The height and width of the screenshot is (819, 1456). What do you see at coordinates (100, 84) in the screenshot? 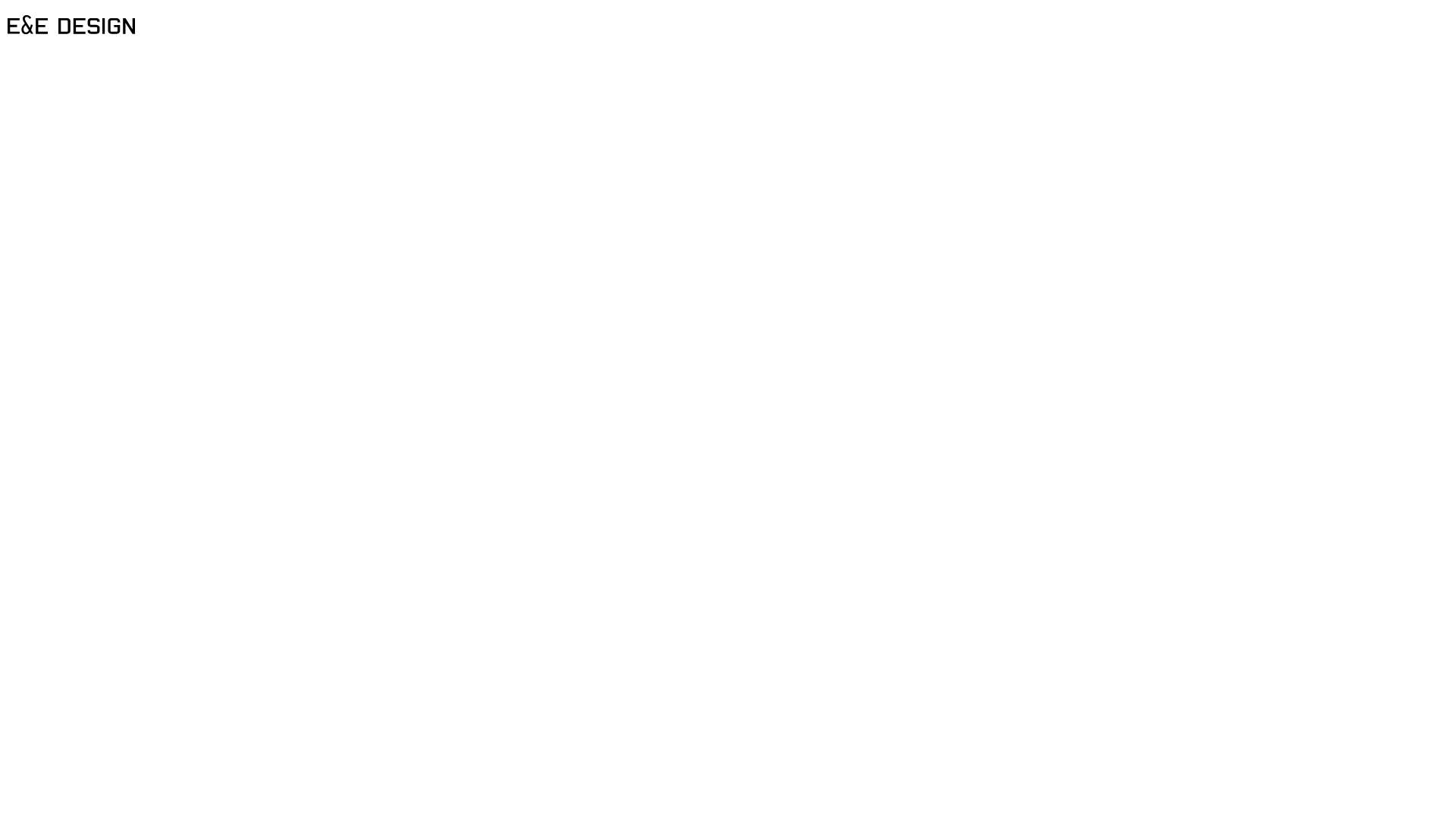
I see `'info@eandedesign.com.au'` at bounding box center [100, 84].